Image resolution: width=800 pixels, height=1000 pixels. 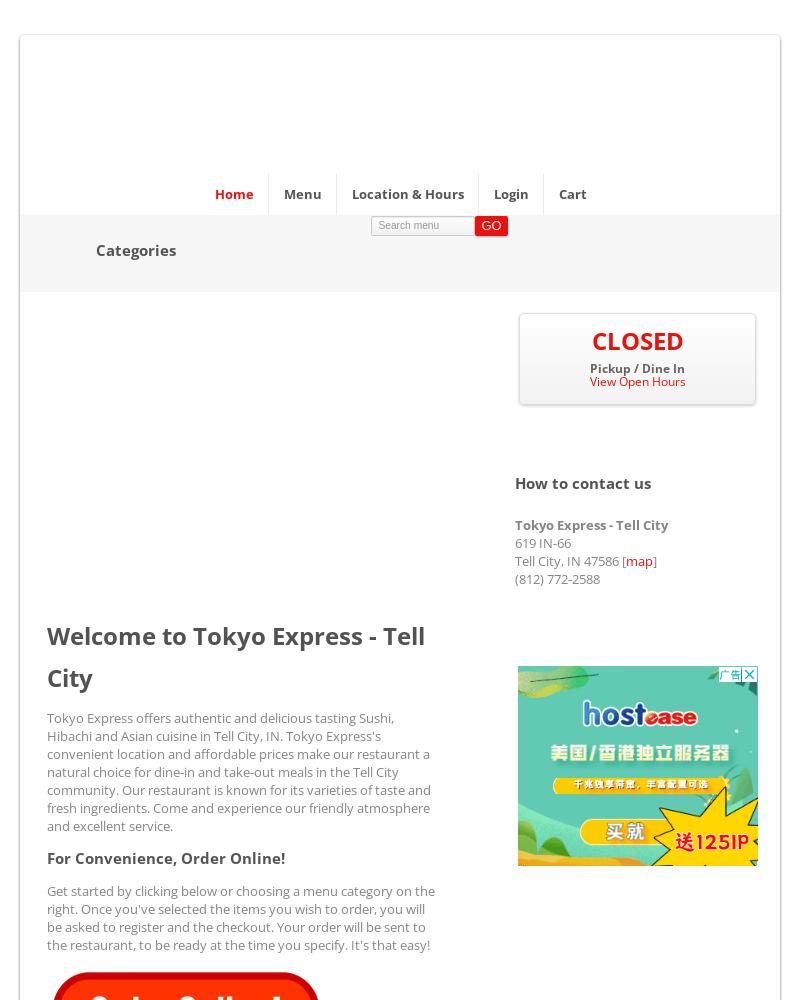 What do you see at coordinates (45, 917) in the screenshot?
I see `'Get started by clicking below or choosing a menu category on the right. Once you've selected the items you wish to order, you will be asked to register and the checkout. Your order will be sent to the restaurant, to be ready at the time you specify. It's that easy!'` at bounding box center [45, 917].